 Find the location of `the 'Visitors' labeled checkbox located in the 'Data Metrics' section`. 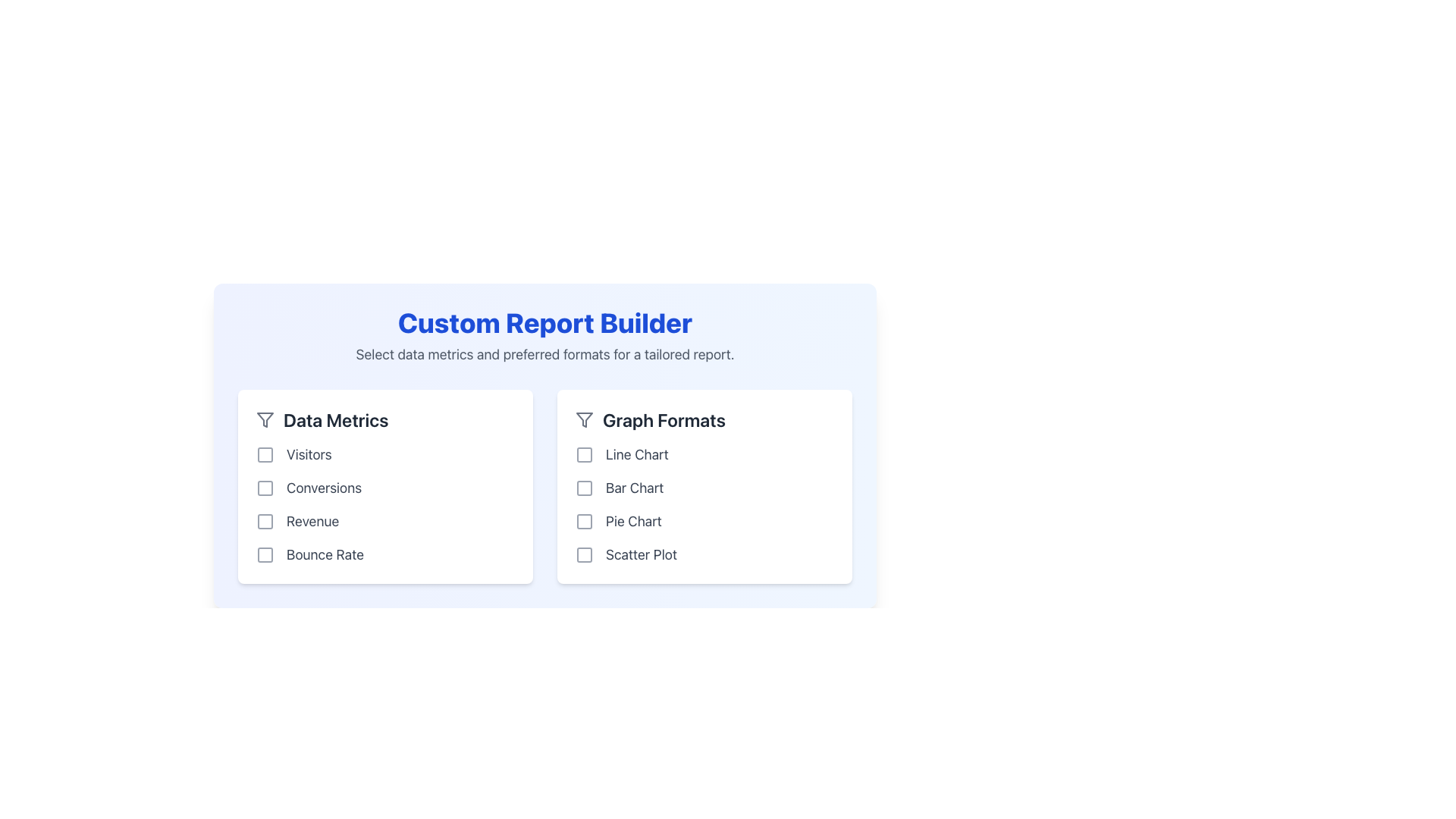

the 'Visitors' labeled checkbox located in the 'Data Metrics' section is located at coordinates (385, 454).